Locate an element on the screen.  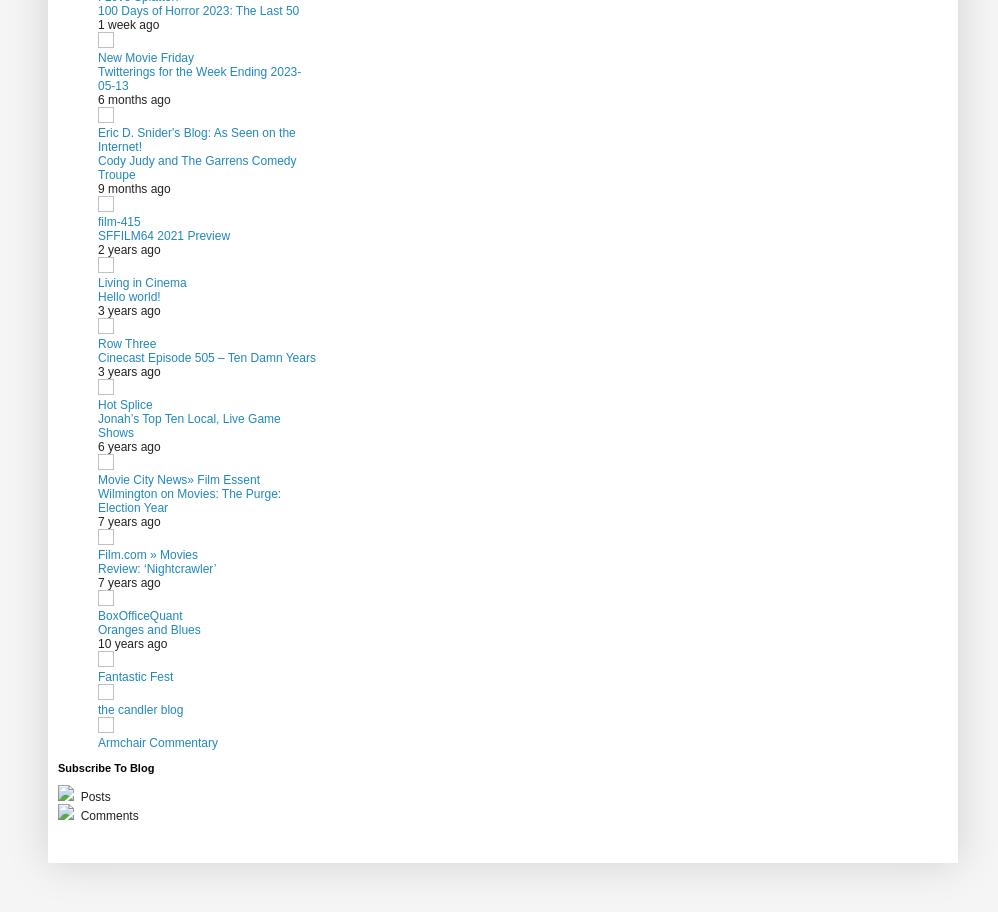
'Movie City News» Film Essent' is located at coordinates (178, 478).